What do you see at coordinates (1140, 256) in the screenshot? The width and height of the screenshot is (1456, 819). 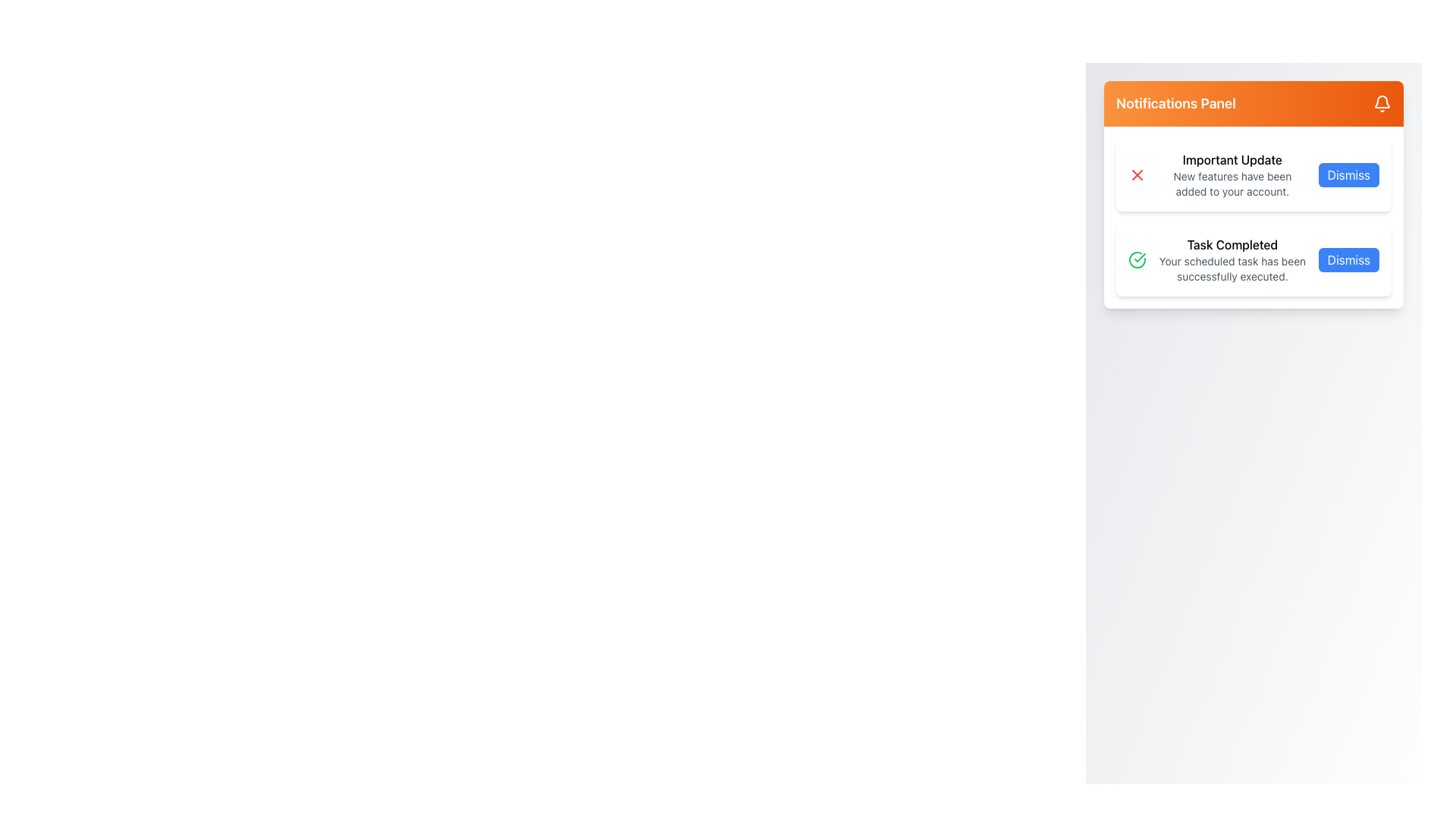 I see `the checkmark icon indicating successful completion of the task, which is located within a green circular icon in the bottom notification titled 'Task Completed'` at bounding box center [1140, 256].